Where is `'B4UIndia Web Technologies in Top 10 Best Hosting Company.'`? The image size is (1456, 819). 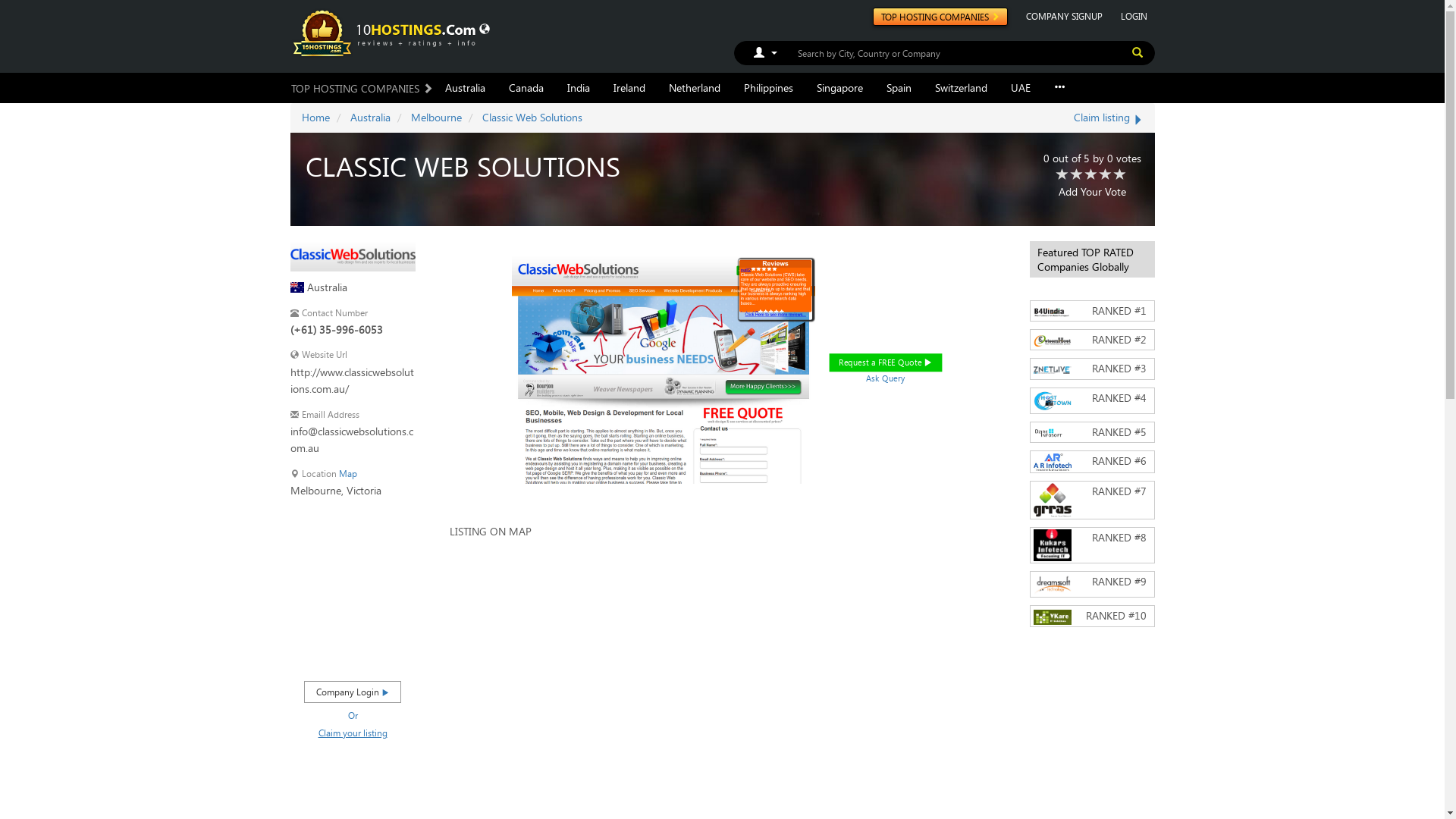 'B4UIndia Web Technologies in Top 10 Best Hosting Company.' is located at coordinates (1051, 311).